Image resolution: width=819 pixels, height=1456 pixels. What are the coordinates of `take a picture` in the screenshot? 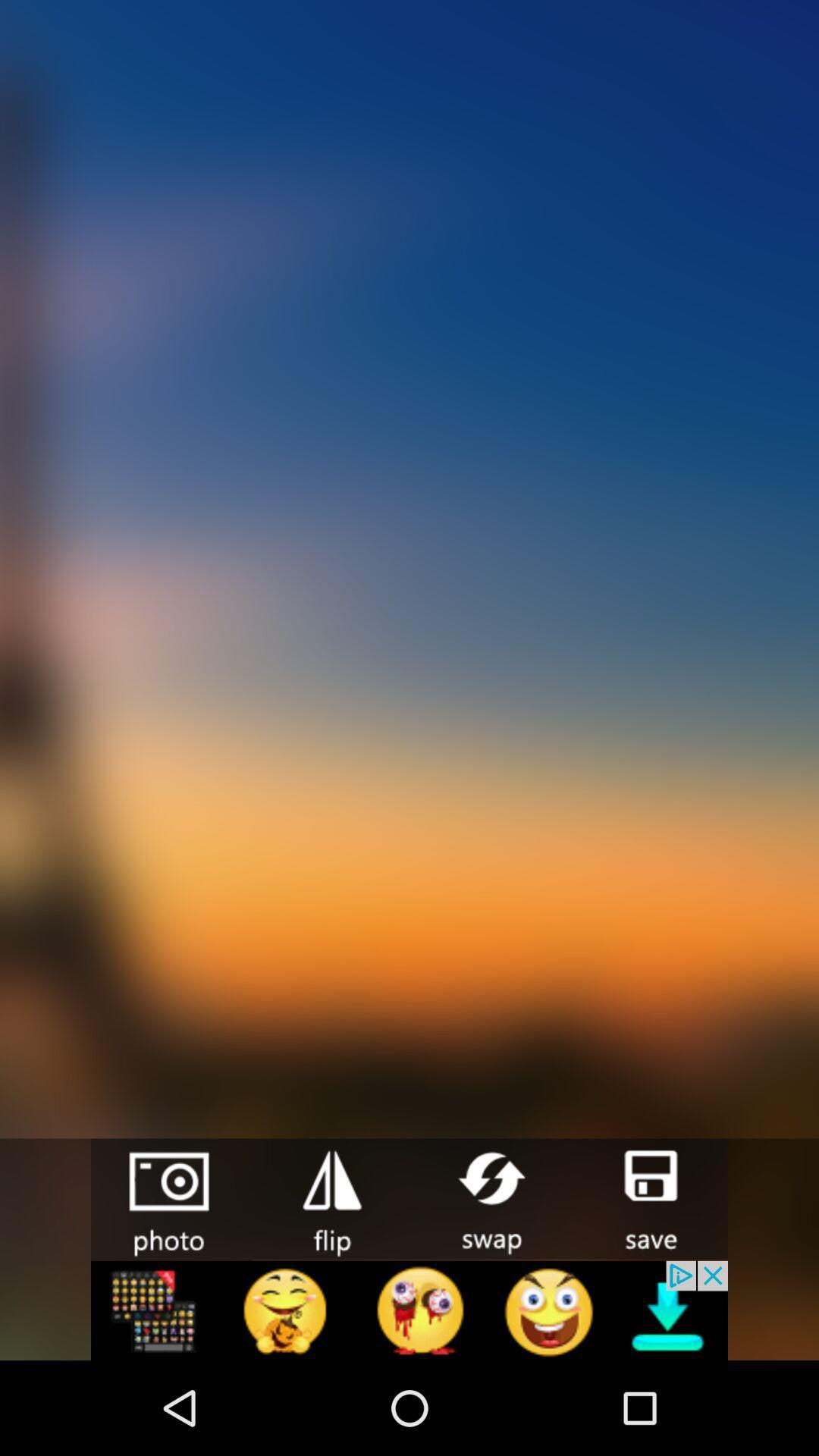 It's located at (171, 1199).